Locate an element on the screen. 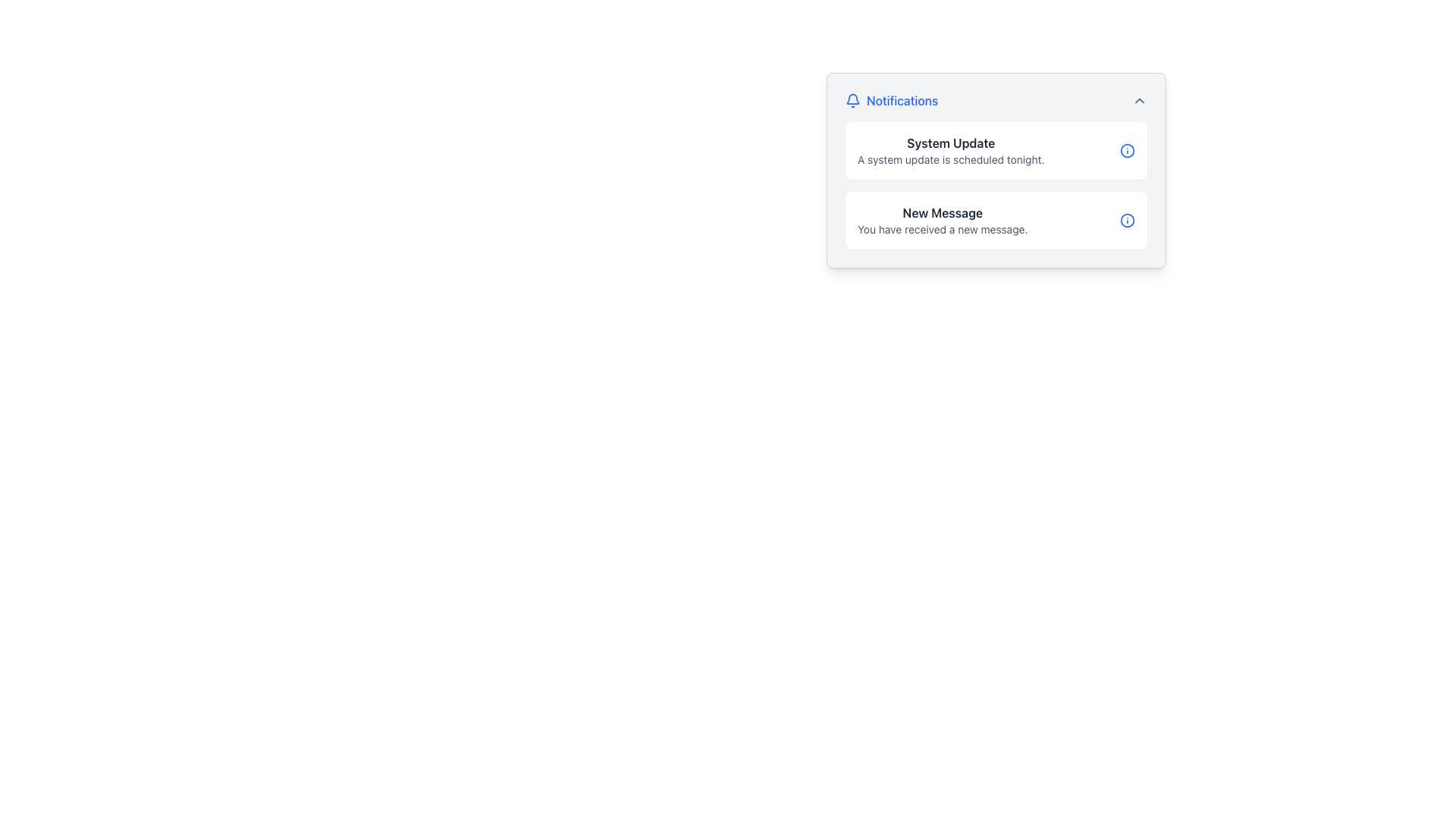 The width and height of the screenshot is (1456, 819). notification text displayed in the text block located in the second notification item, positioned below the 'System Update' notification is located at coordinates (942, 220).